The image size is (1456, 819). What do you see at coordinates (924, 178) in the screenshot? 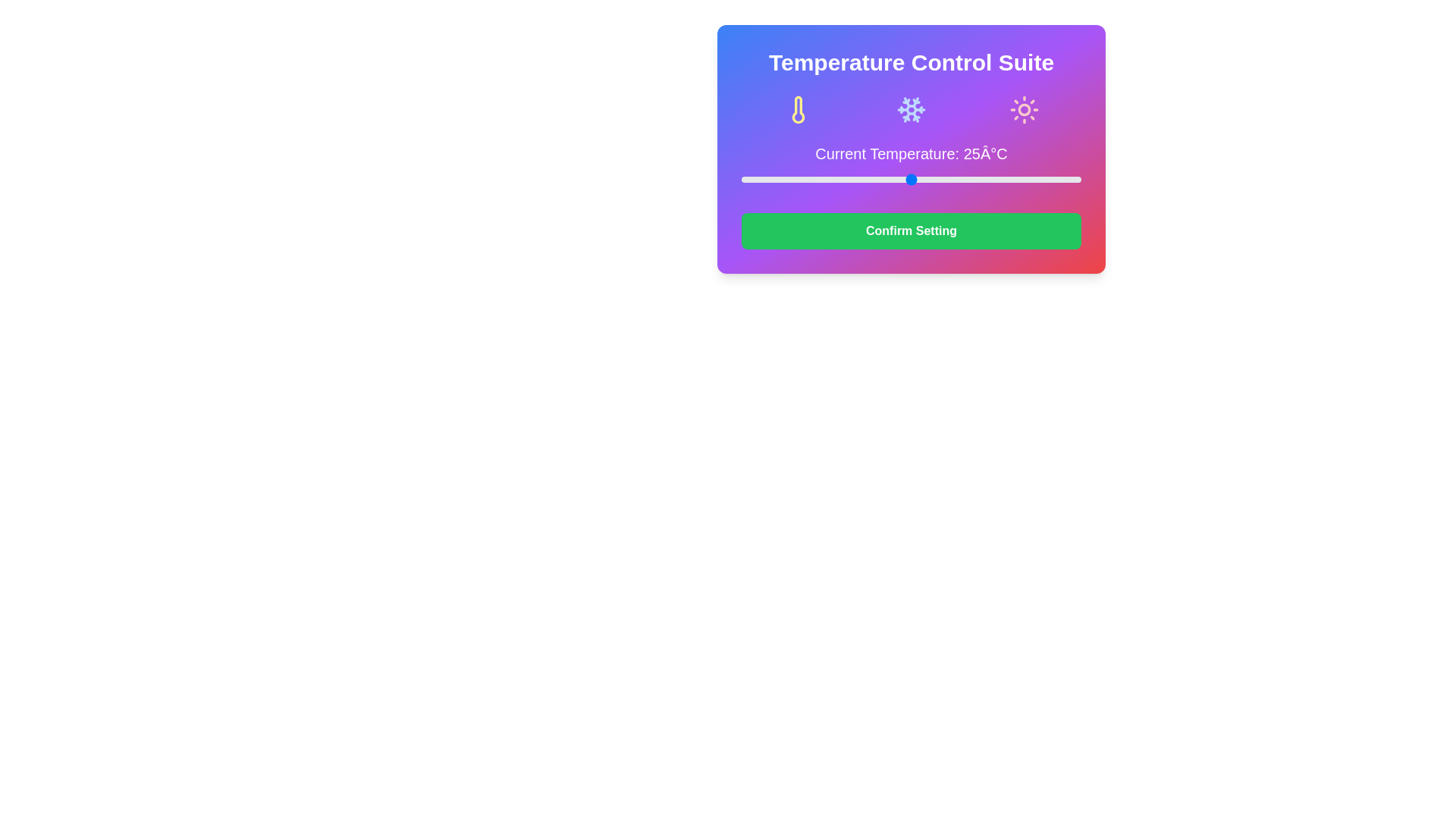
I see `the temperature slider to set the temperature to 27°C` at bounding box center [924, 178].